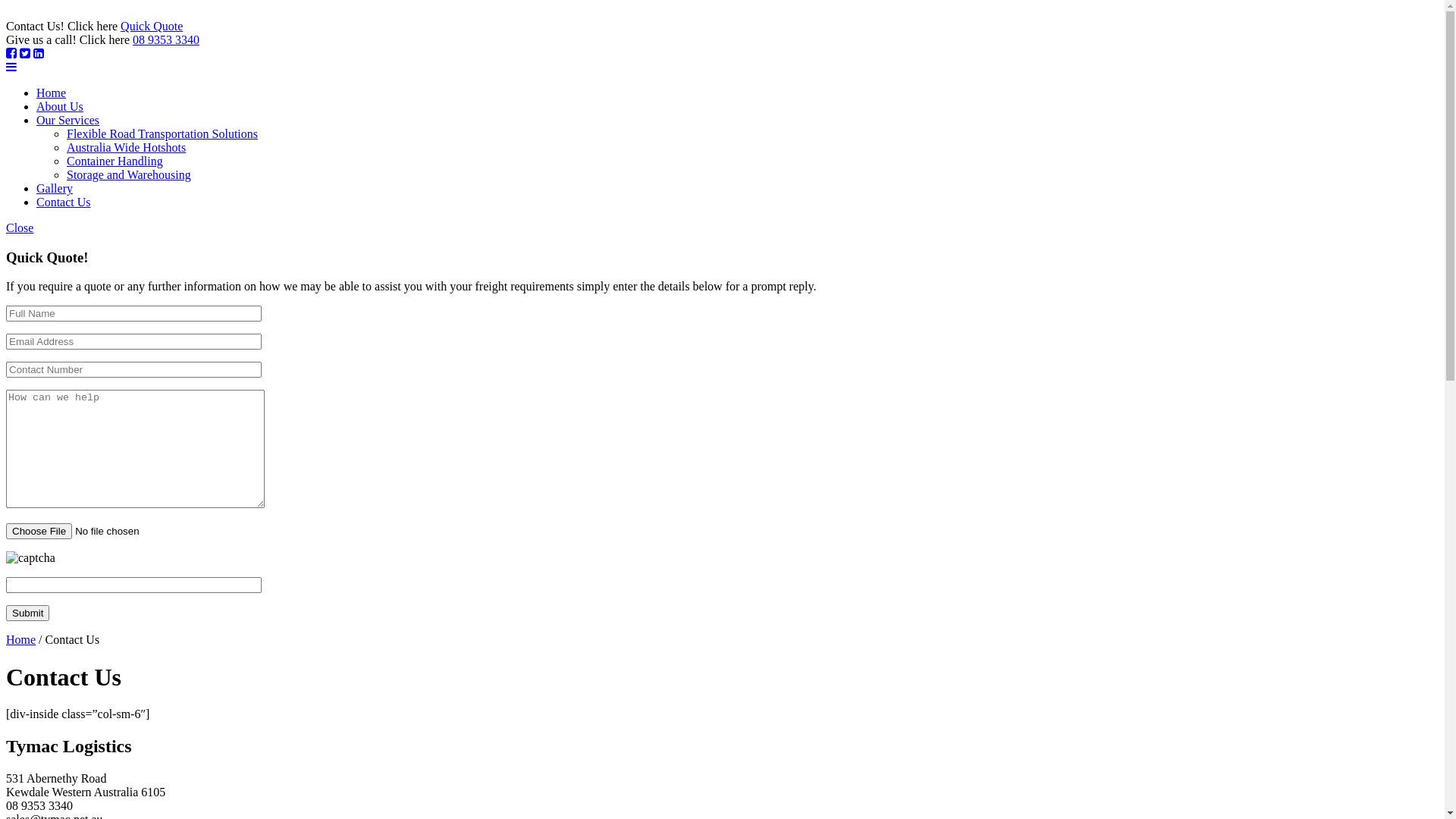 The width and height of the screenshot is (1456, 819). What do you see at coordinates (27, 612) in the screenshot?
I see `'Submit'` at bounding box center [27, 612].